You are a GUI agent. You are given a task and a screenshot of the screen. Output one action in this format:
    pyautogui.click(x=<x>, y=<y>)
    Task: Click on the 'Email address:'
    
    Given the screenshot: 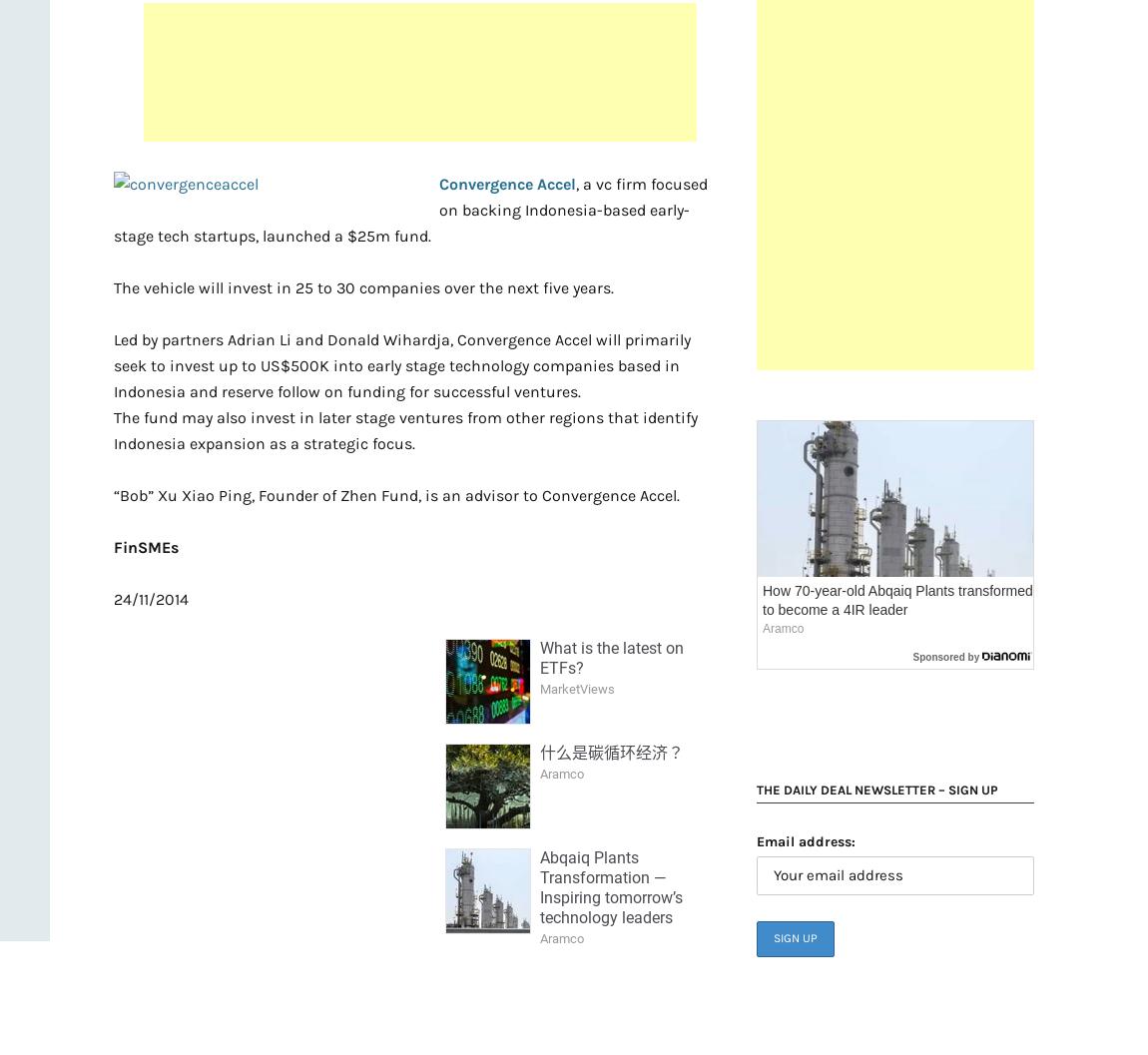 What is the action you would take?
    pyautogui.click(x=805, y=840)
    